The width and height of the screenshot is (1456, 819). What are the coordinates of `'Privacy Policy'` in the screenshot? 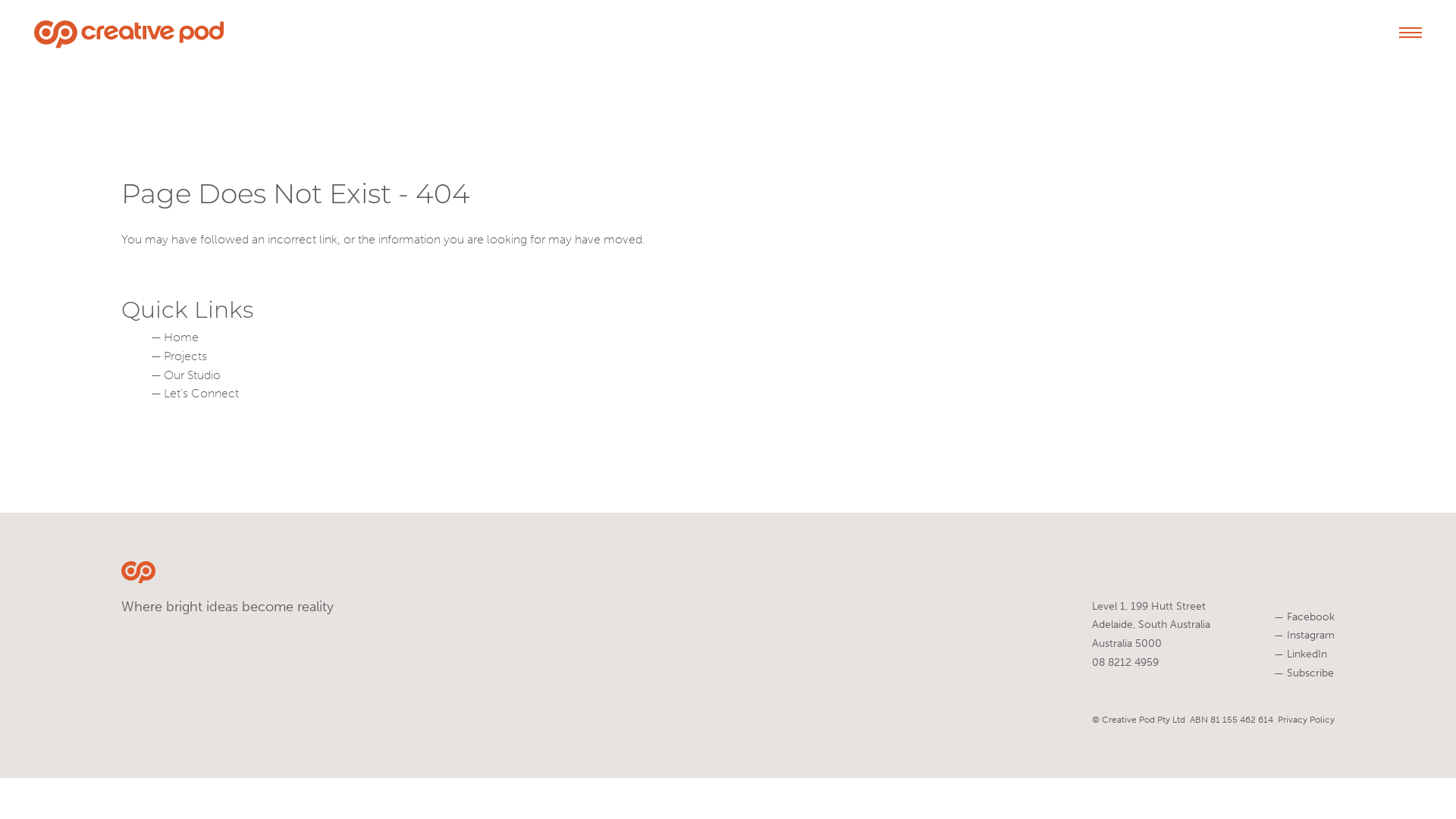 It's located at (1305, 718).